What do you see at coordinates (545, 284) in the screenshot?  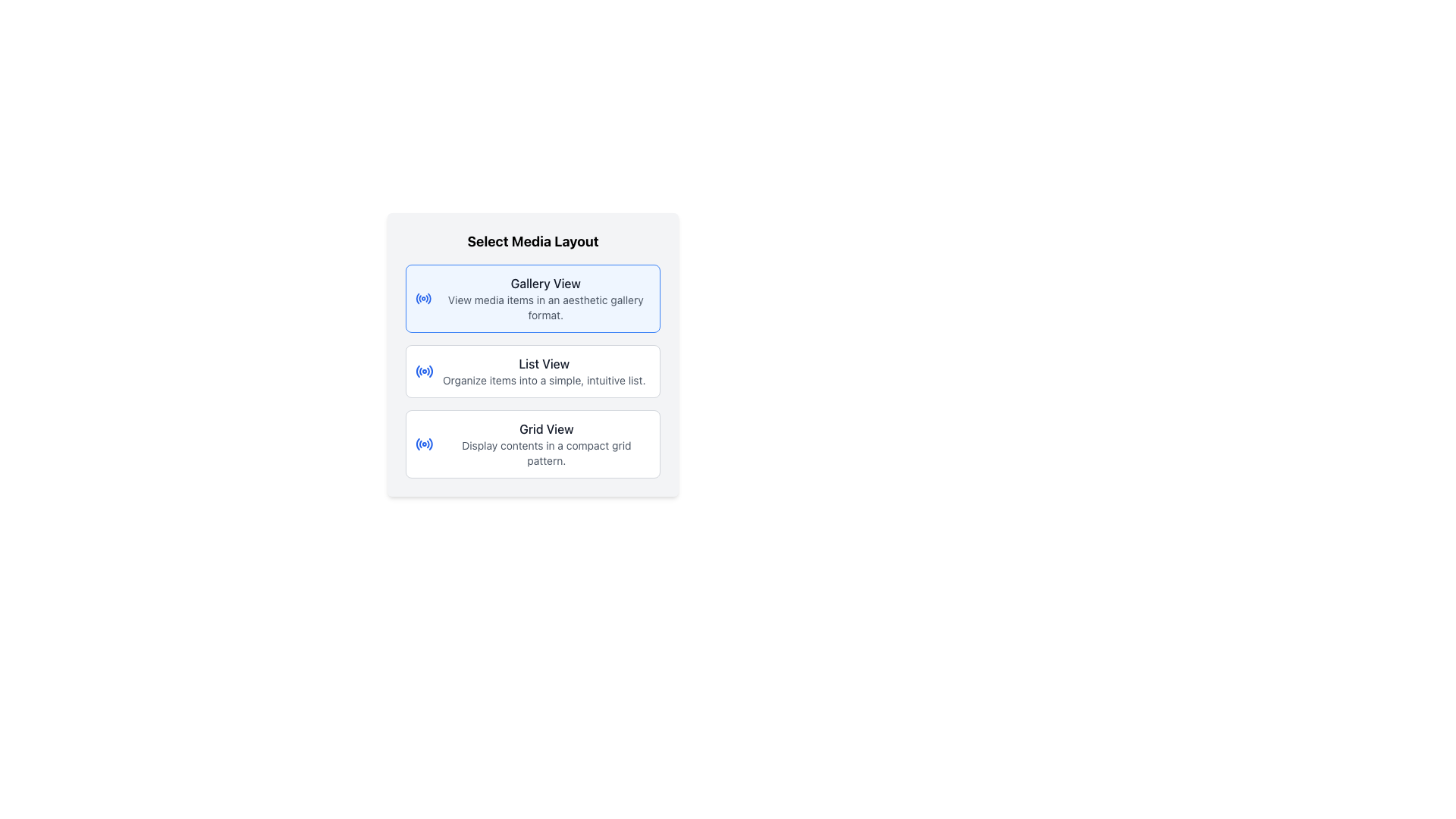 I see `the Text label that serves as the title for the media layout options, located at the top-left of the dialog box` at bounding box center [545, 284].